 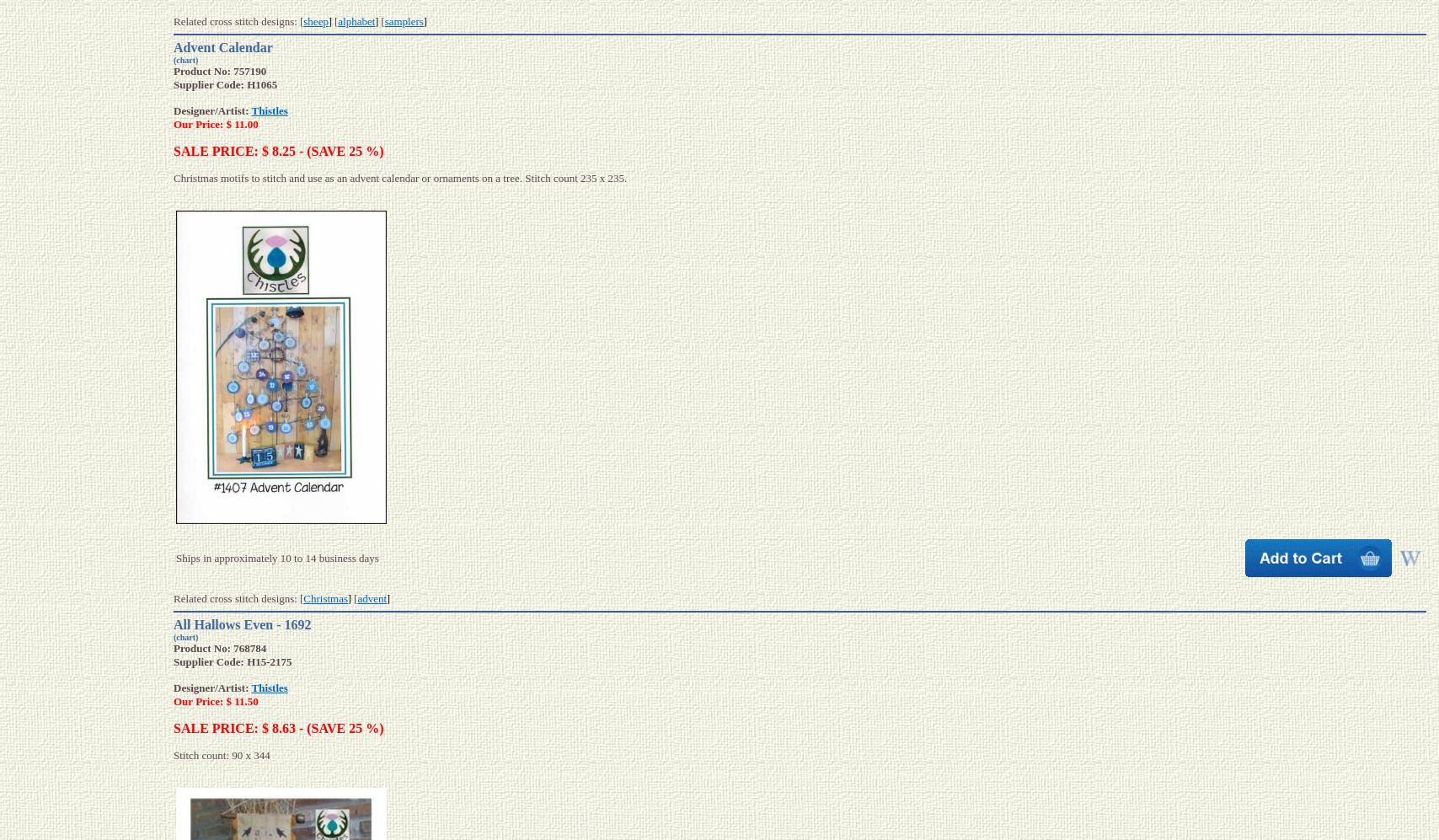 What do you see at coordinates (399, 177) in the screenshot?
I see `'Christmas motifs to stitch and use as an advent calendar or ornaments on a tree. Stitch count 235 x 235.'` at bounding box center [399, 177].